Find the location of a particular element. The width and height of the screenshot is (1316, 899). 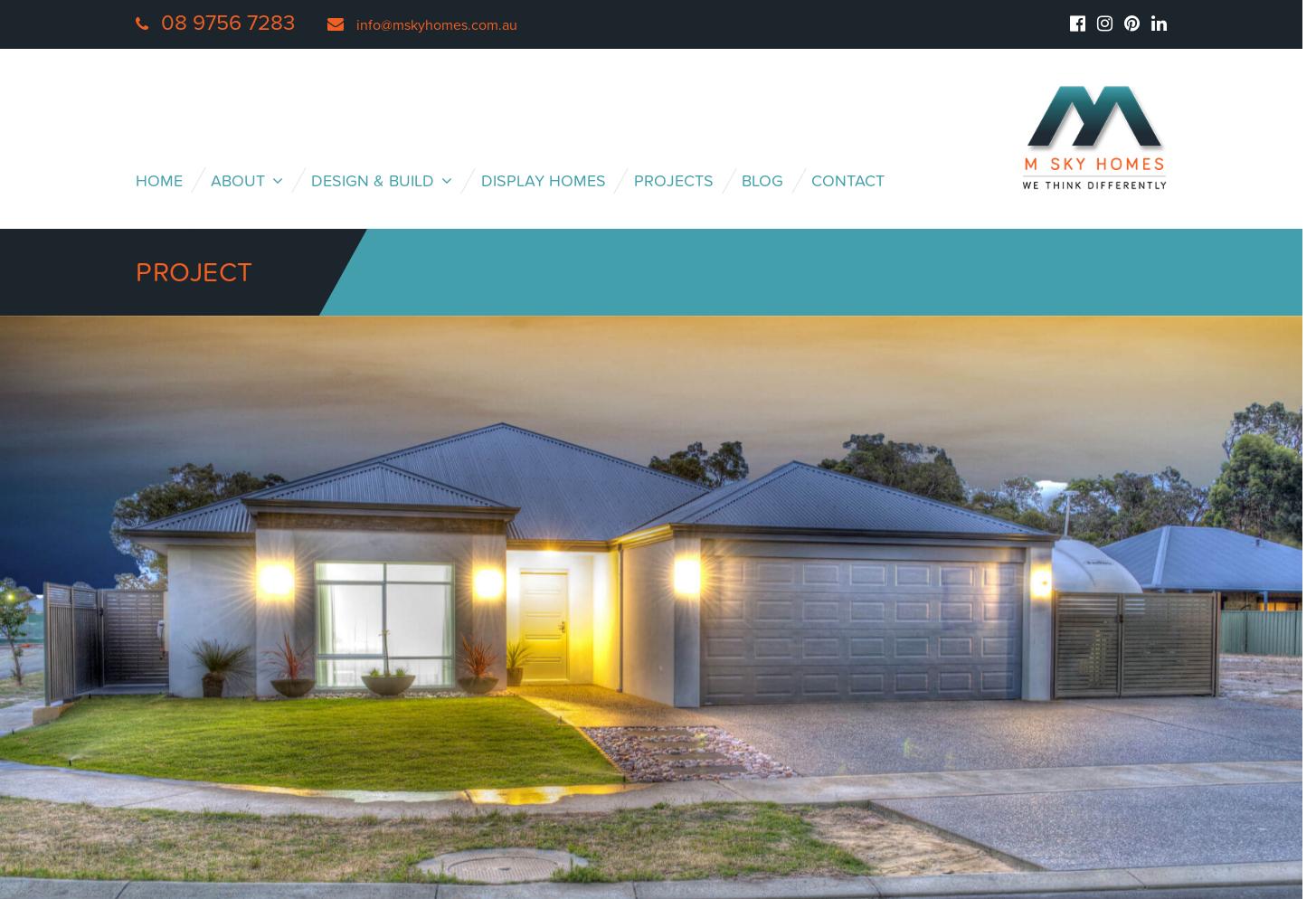

'info@mskyhomes.com.au' is located at coordinates (356, 25).